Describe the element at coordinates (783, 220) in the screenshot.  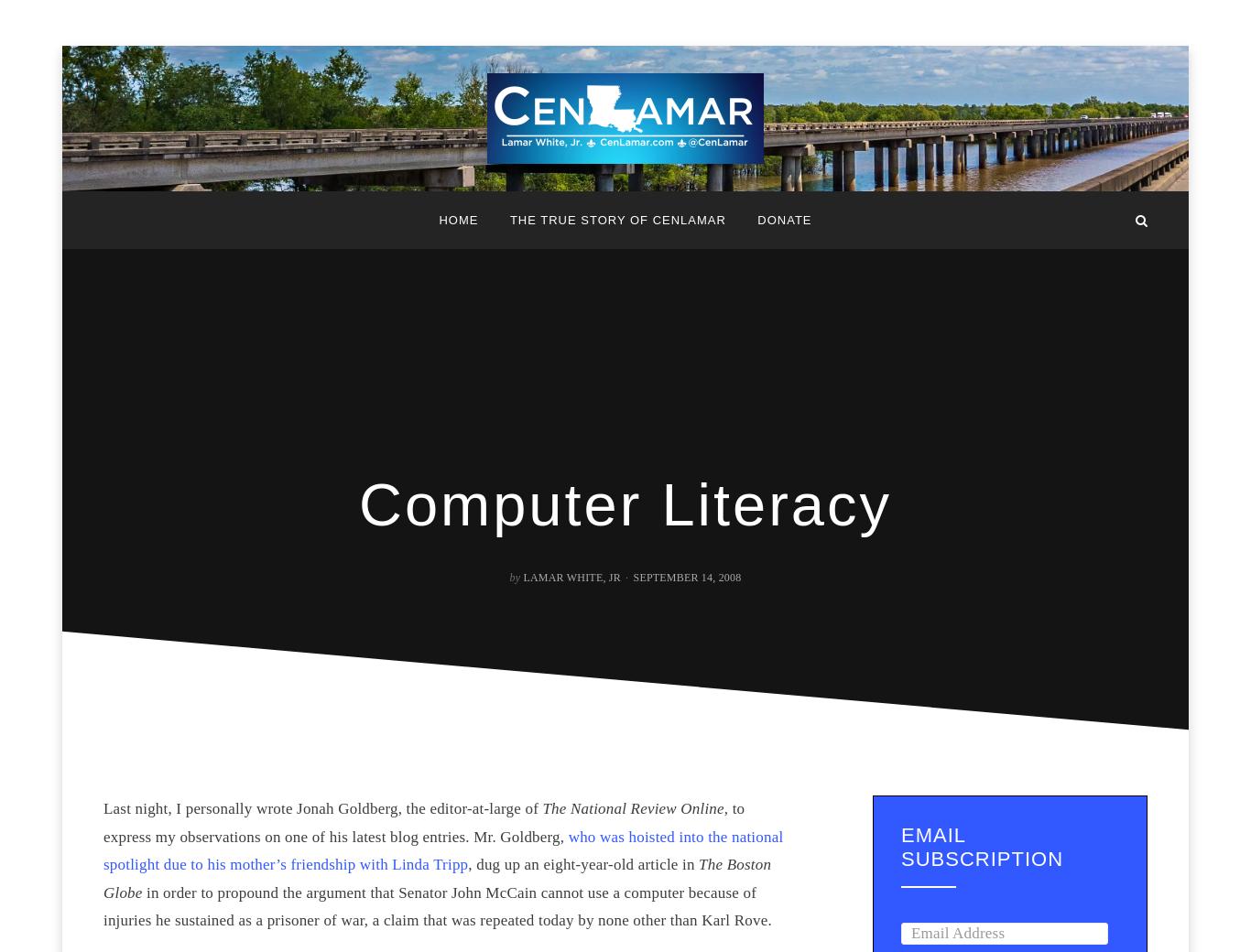
I see `'Donate'` at that location.